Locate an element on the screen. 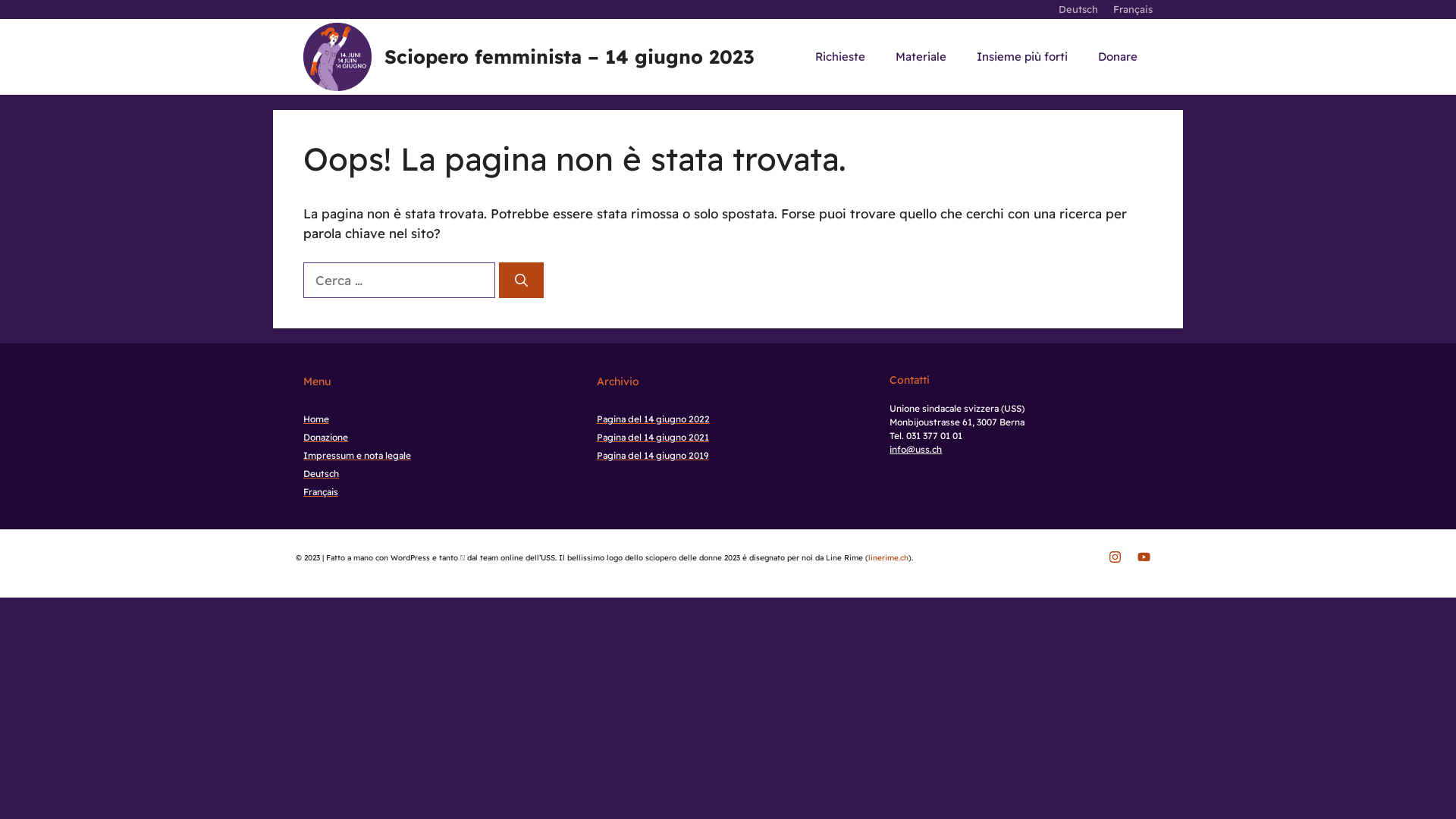 Image resolution: width=1456 pixels, height=819 pixels. 'linerime.ch' is located at coordinates (868, 557).